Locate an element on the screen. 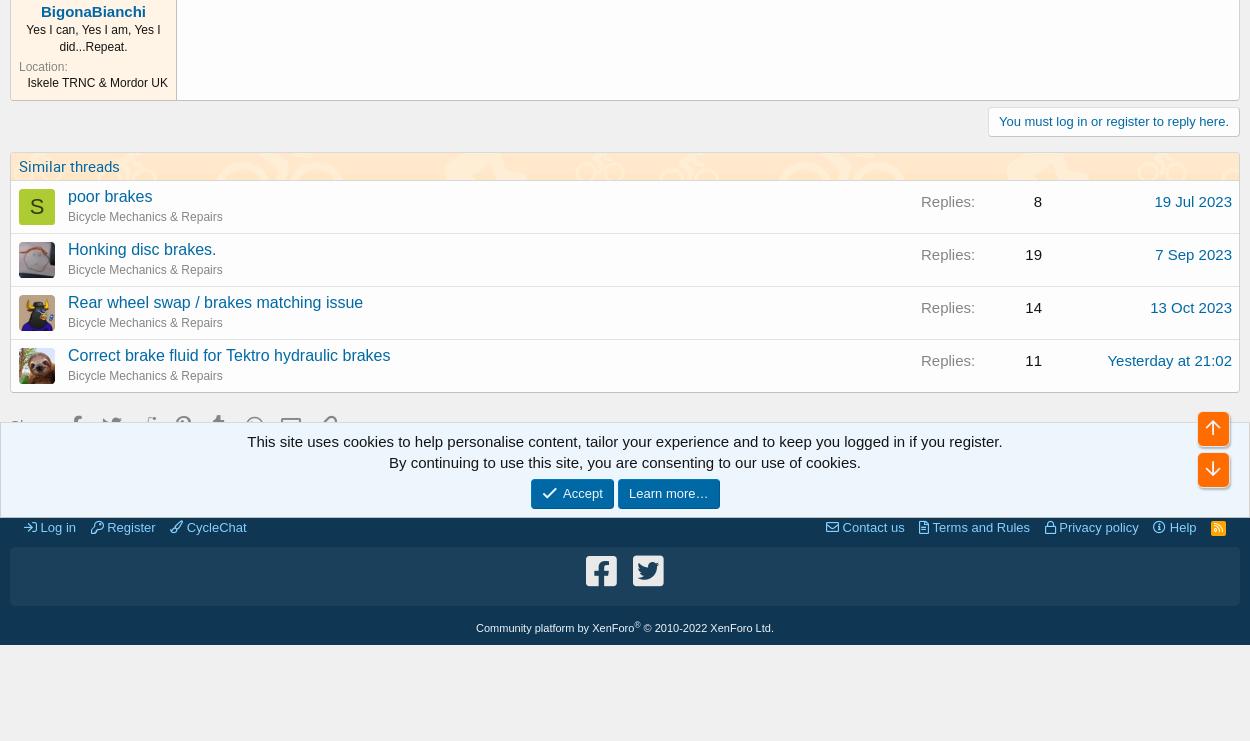  '7 Sep 2023' is located at coordinates (1192, 253).